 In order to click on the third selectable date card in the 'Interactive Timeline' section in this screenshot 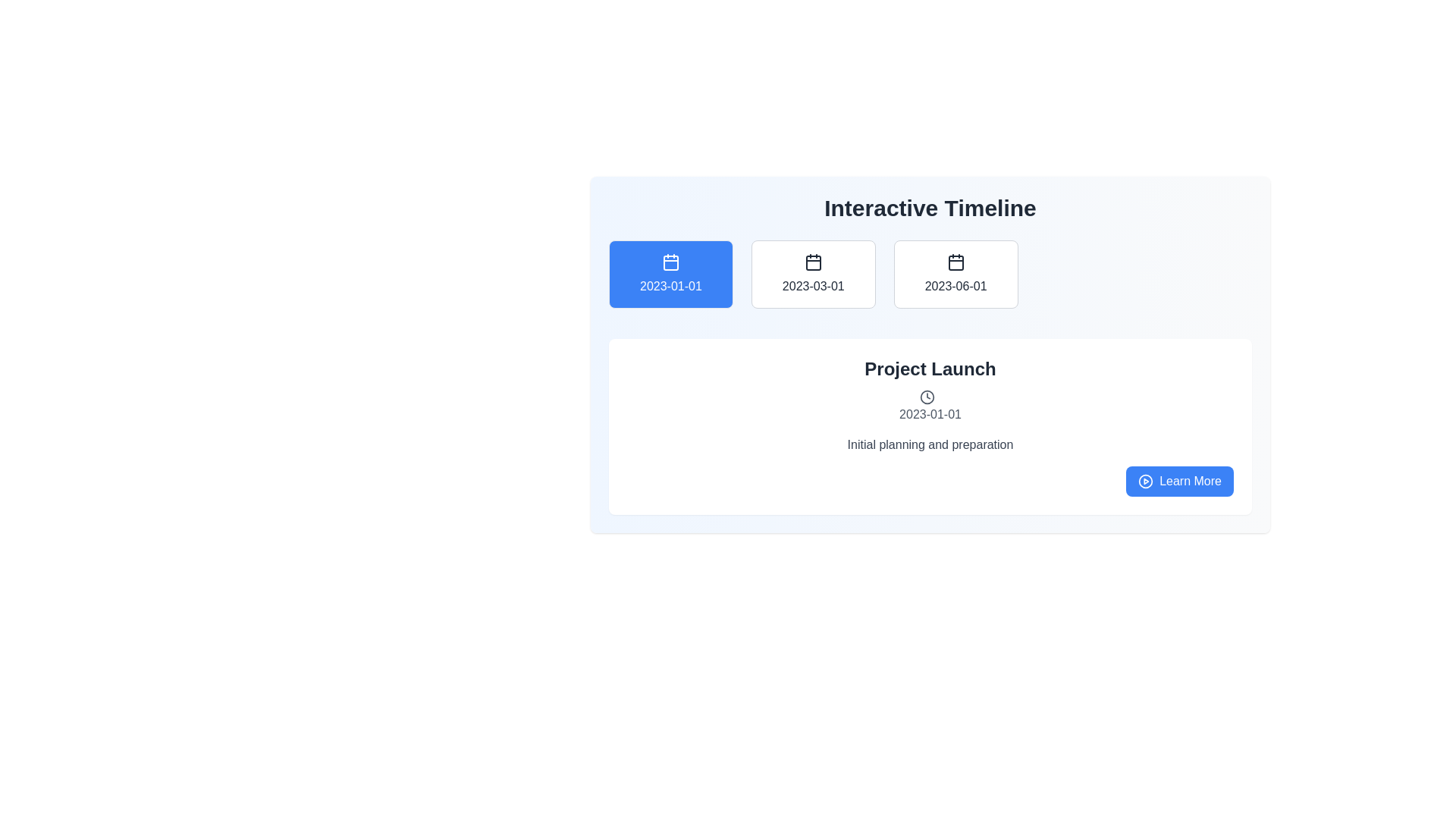, I will do `click(930, 281)`.